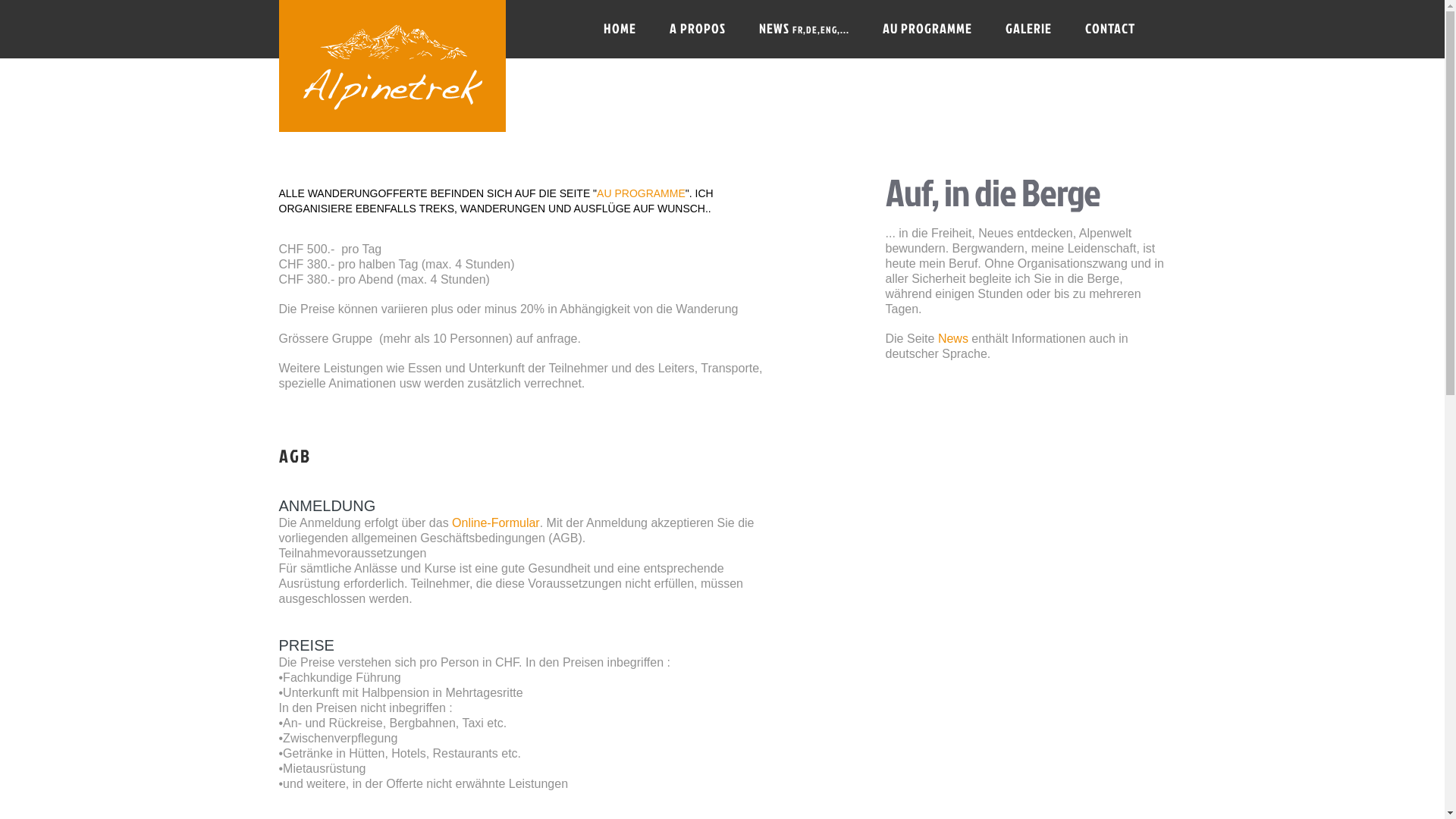 The image size is (1456, 819). Describe the element at coordinates (641, 192) in the screenshot. I see `'AU PROGRAMME'` at that location.